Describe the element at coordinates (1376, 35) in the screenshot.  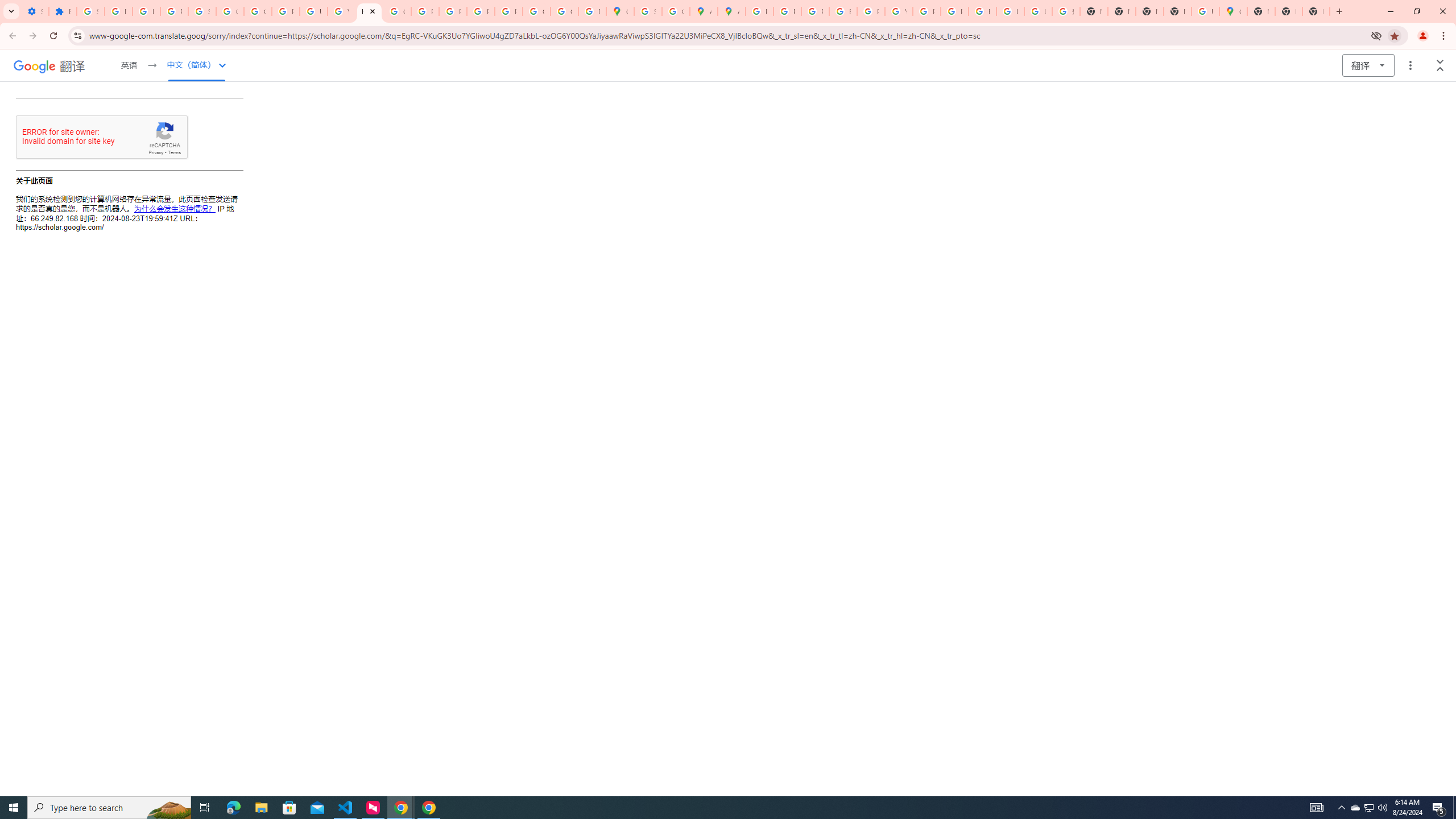
I see `'Third-party cookies blocked'` at that location.